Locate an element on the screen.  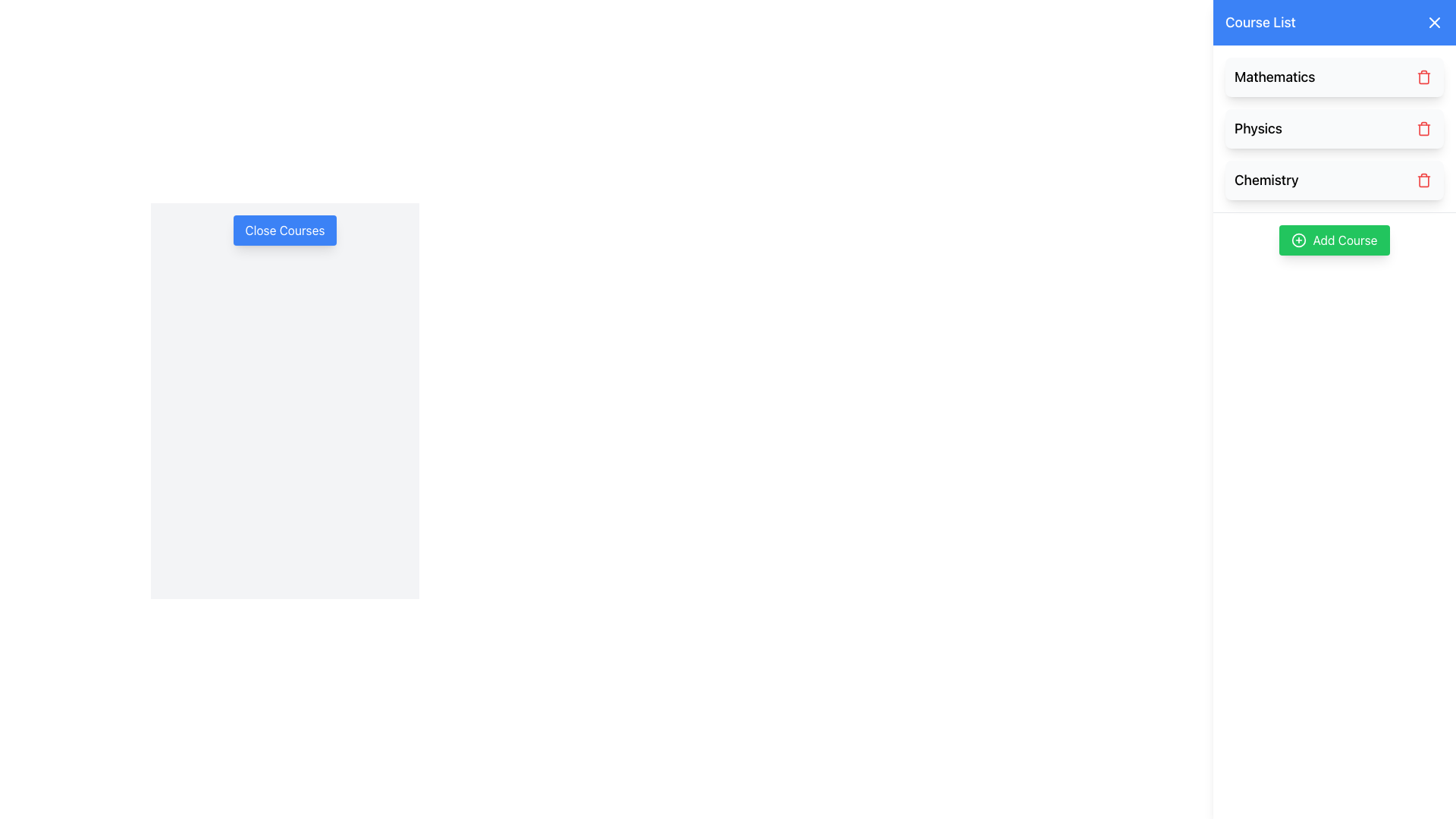
the small 'X' button in the top-right corner of the 'Course List' header for additional visual feedback is located at coordinates (1433, 23).